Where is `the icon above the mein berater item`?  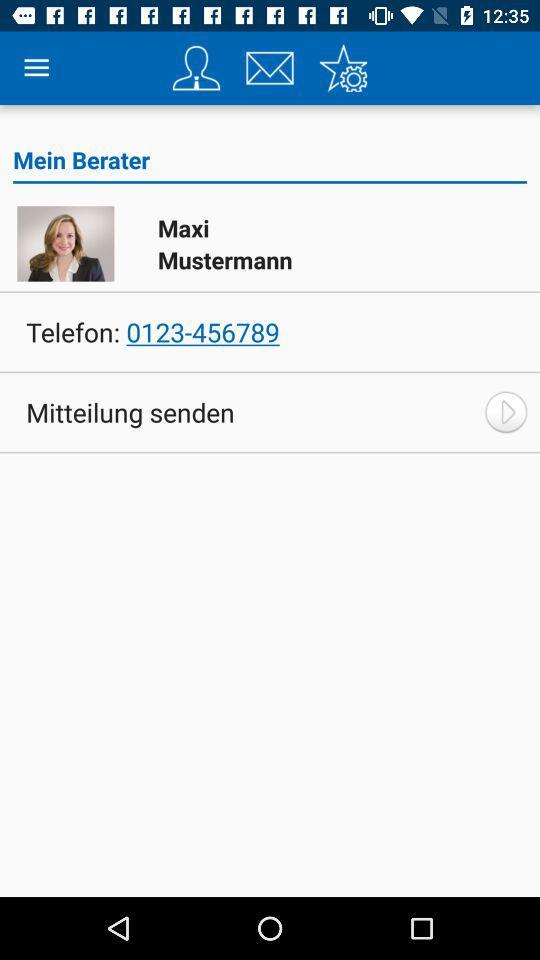
the icon above the mein berater item is located at coordinates (342, 68).